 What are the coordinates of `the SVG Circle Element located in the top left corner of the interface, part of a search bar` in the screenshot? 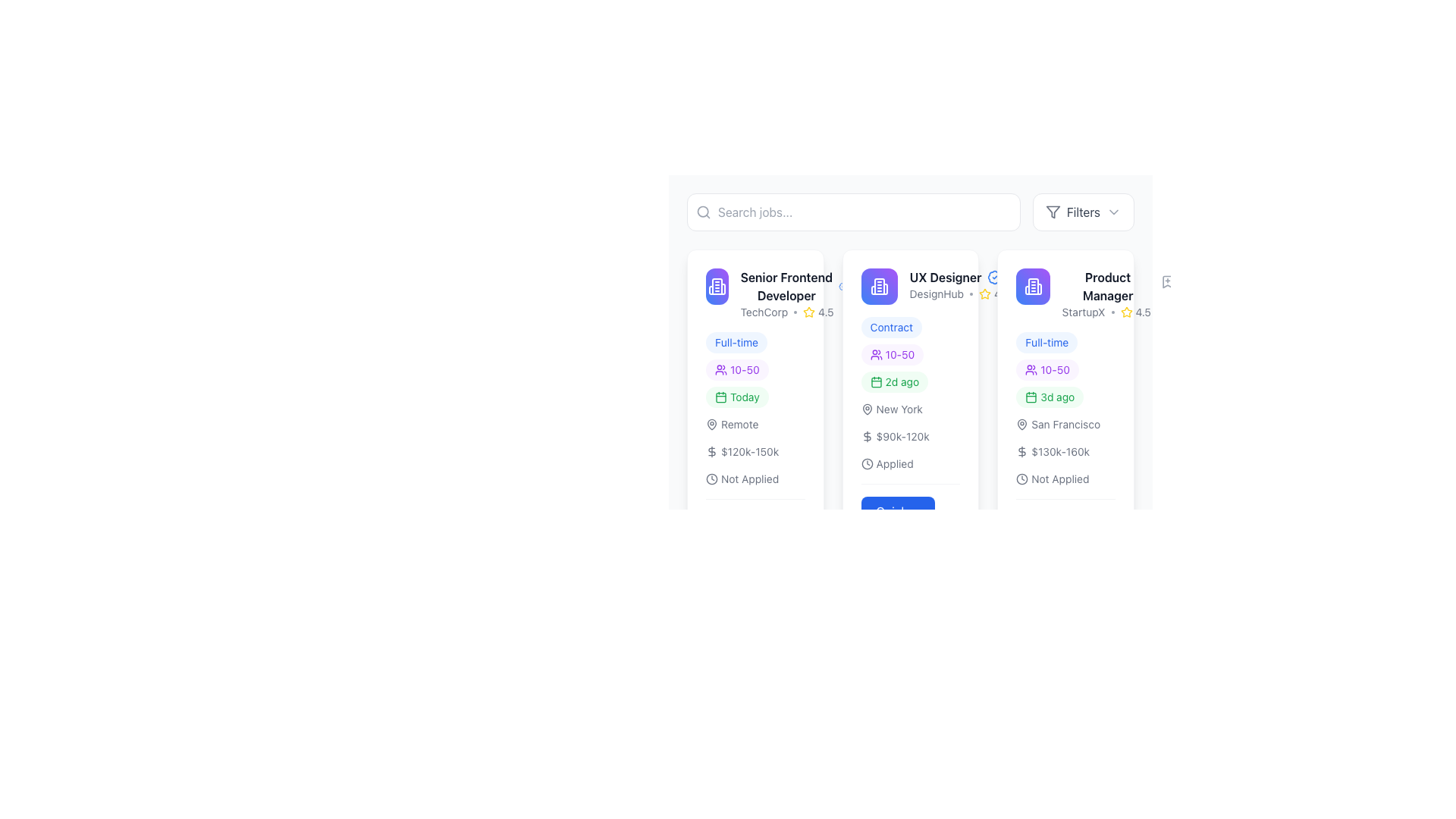 It's located at (702, 212).